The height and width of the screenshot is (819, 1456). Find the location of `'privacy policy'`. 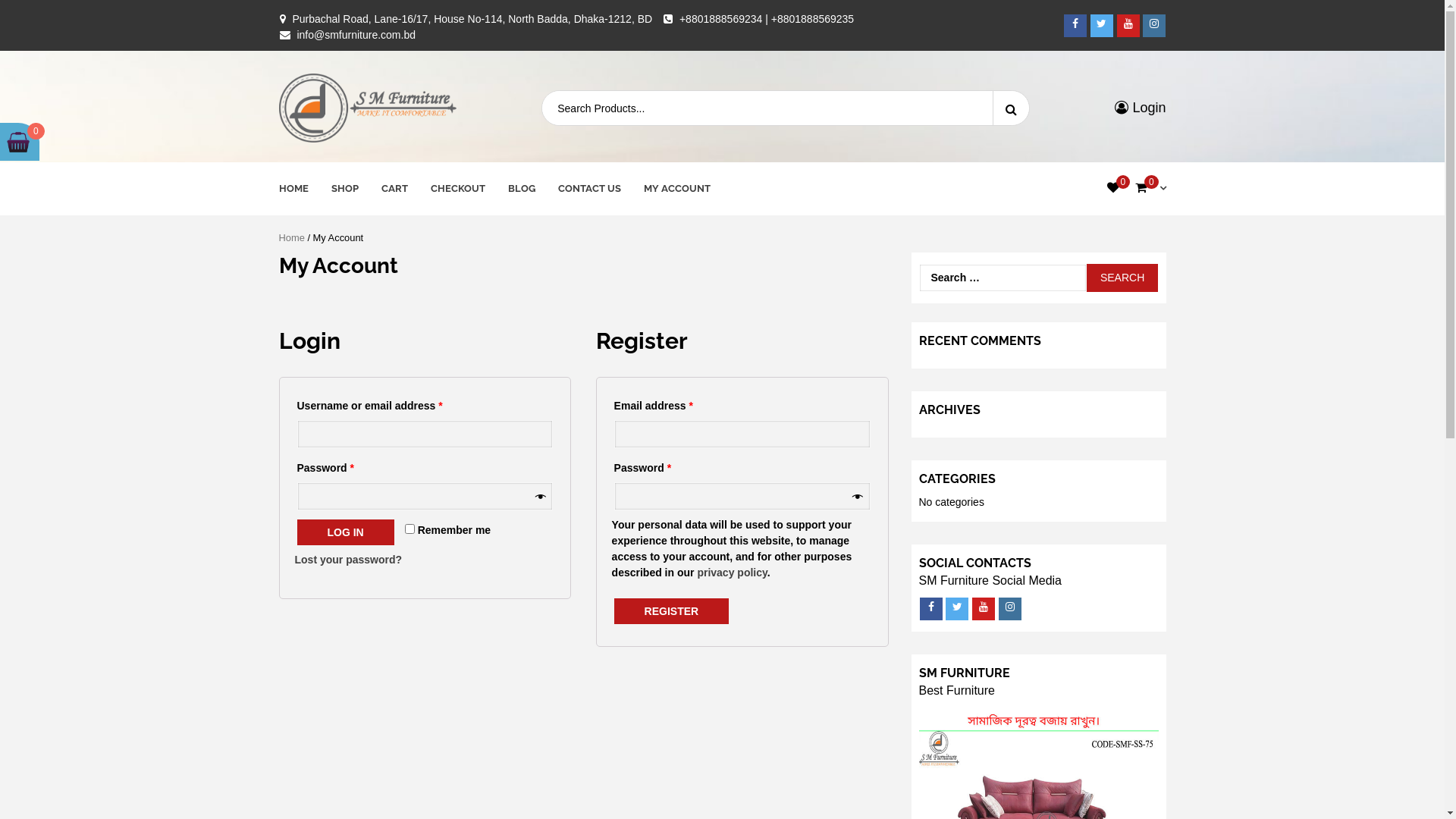

'privacy policy' is located at coordinates (695, 573).